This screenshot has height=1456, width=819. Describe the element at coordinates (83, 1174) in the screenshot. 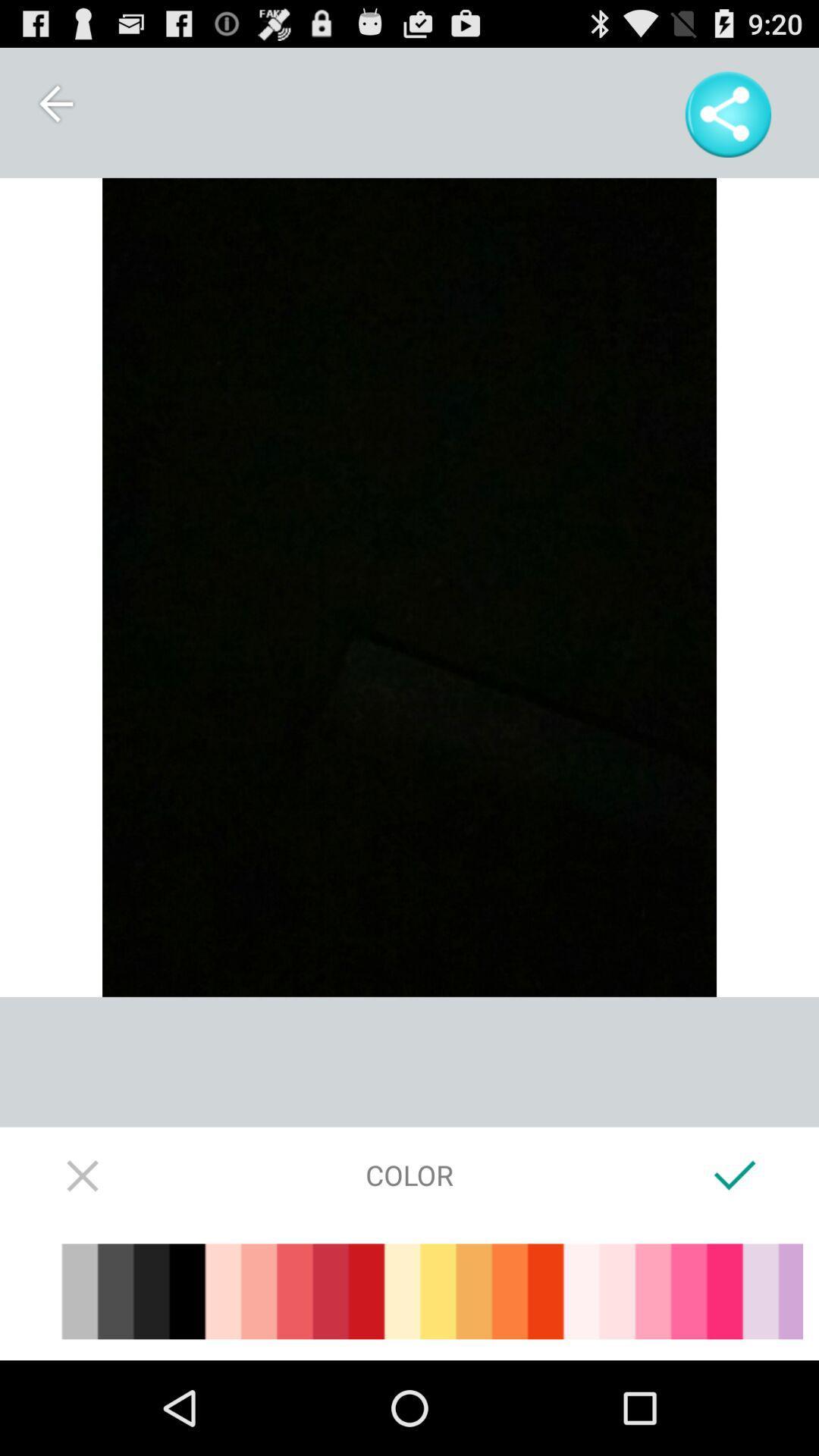

I see `the icon next to color icon` at that location.